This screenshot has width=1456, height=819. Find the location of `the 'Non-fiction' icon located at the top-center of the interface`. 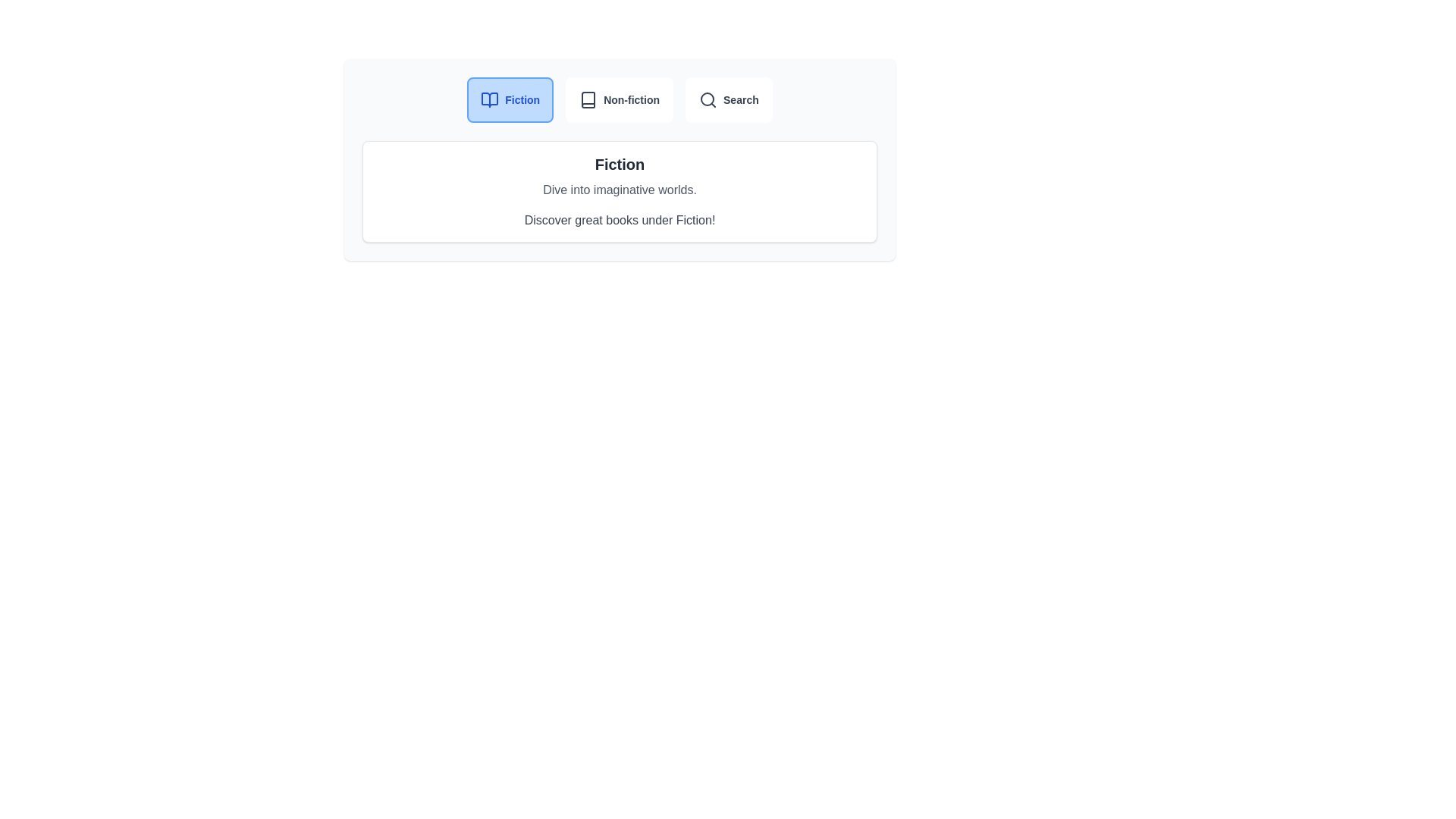

the 'Non-fiction' icon located at the top-center of the interface is located at coordinates (588, 99).